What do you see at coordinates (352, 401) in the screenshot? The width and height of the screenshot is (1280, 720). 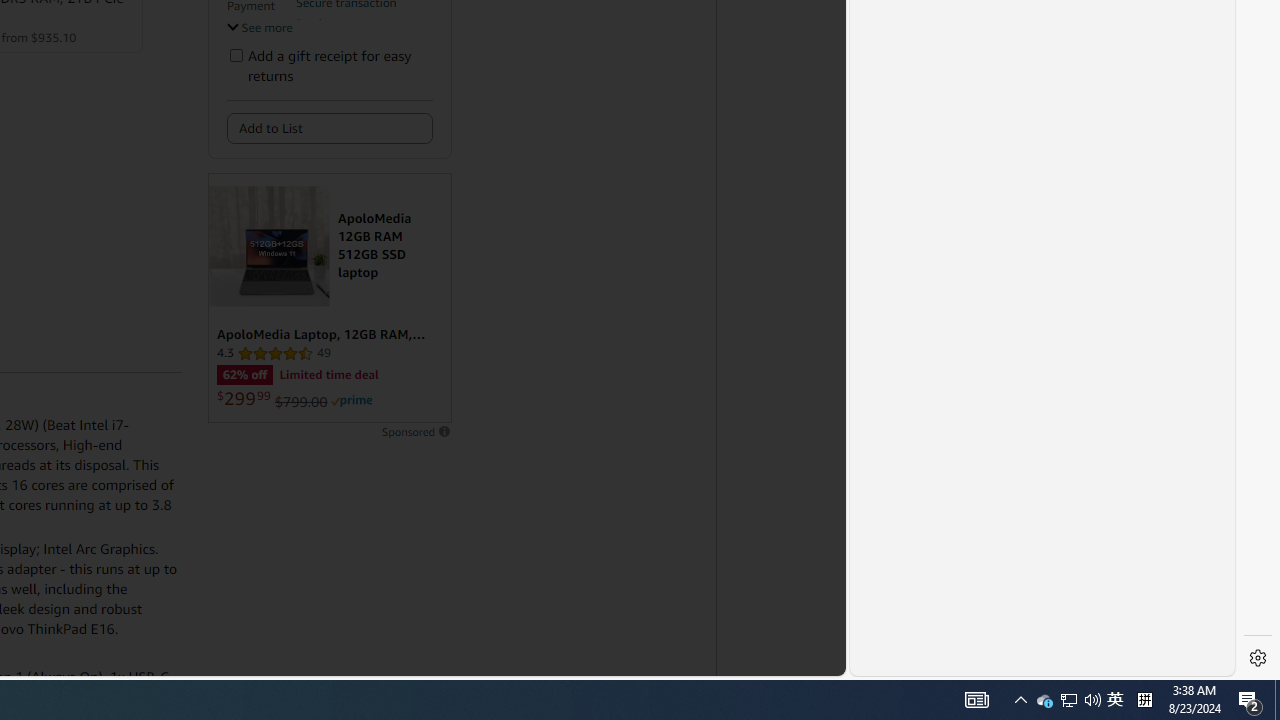 I see `'Prime'` at bounding box center [352, 401].